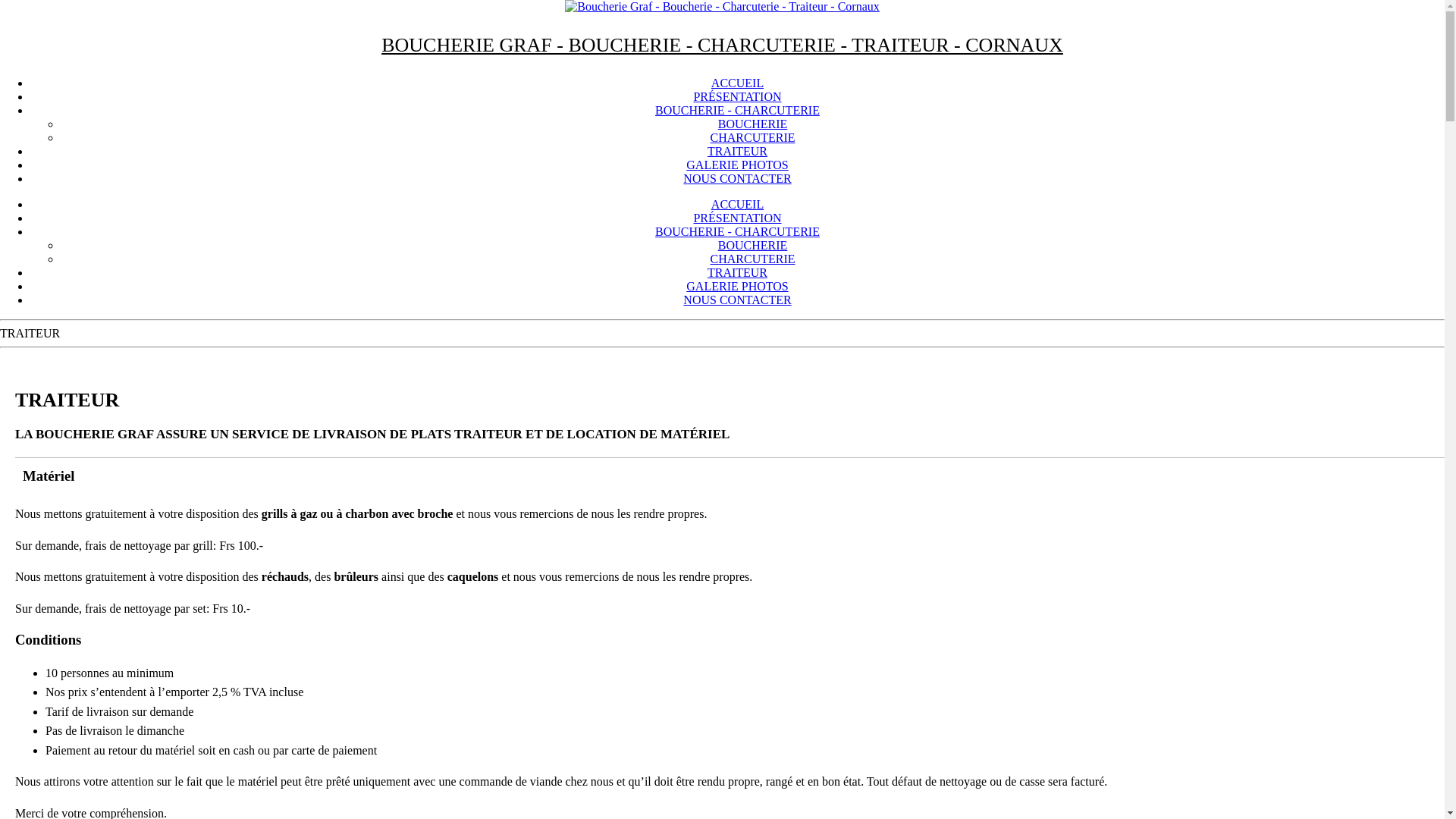 The image size is (1456, 819). I want to click on 'GALERIE PHOTOS', so click(736, 165).